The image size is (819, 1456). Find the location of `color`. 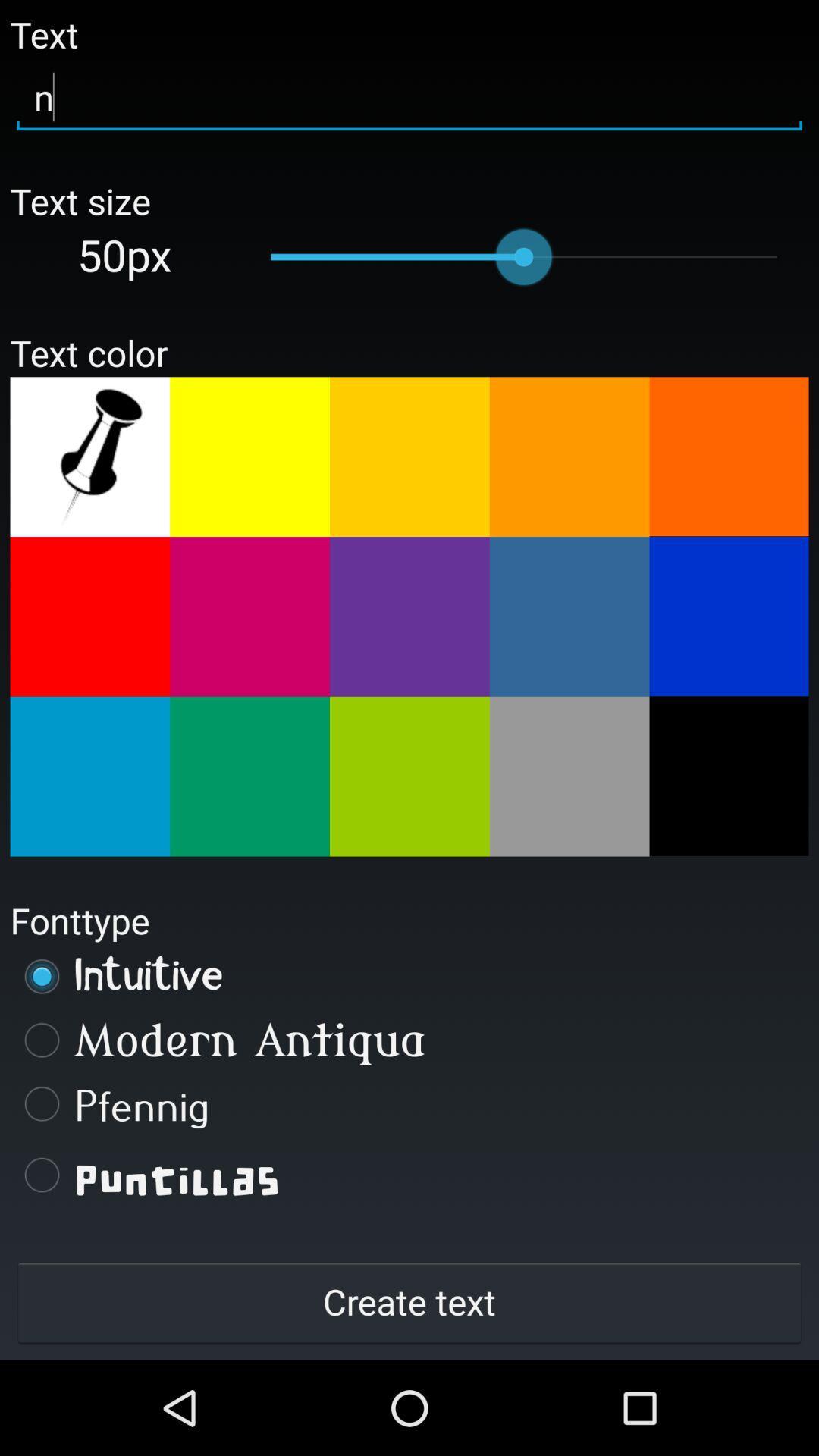

color is located at coordinates (409, 777).